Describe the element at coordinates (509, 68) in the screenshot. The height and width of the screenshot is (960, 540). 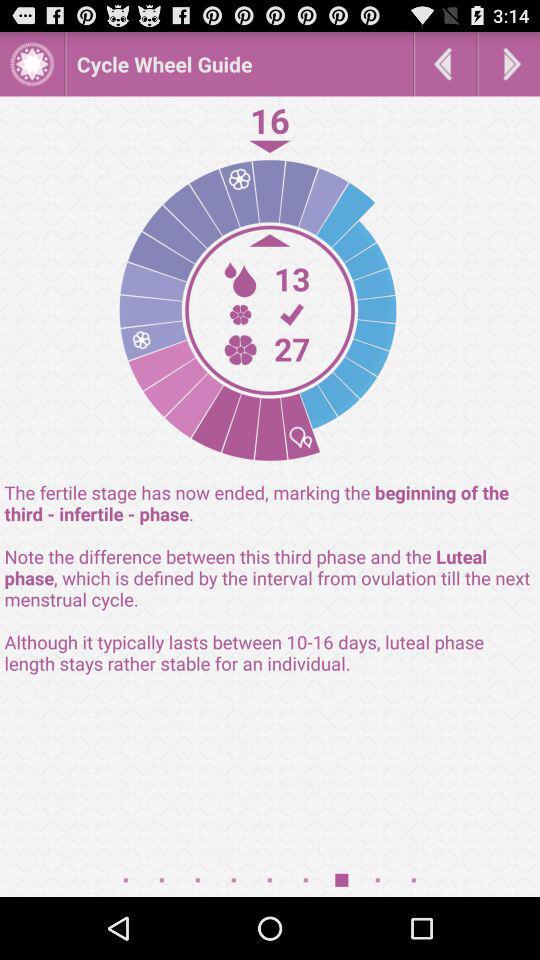
I see `the arrow_forward icon` at that location.